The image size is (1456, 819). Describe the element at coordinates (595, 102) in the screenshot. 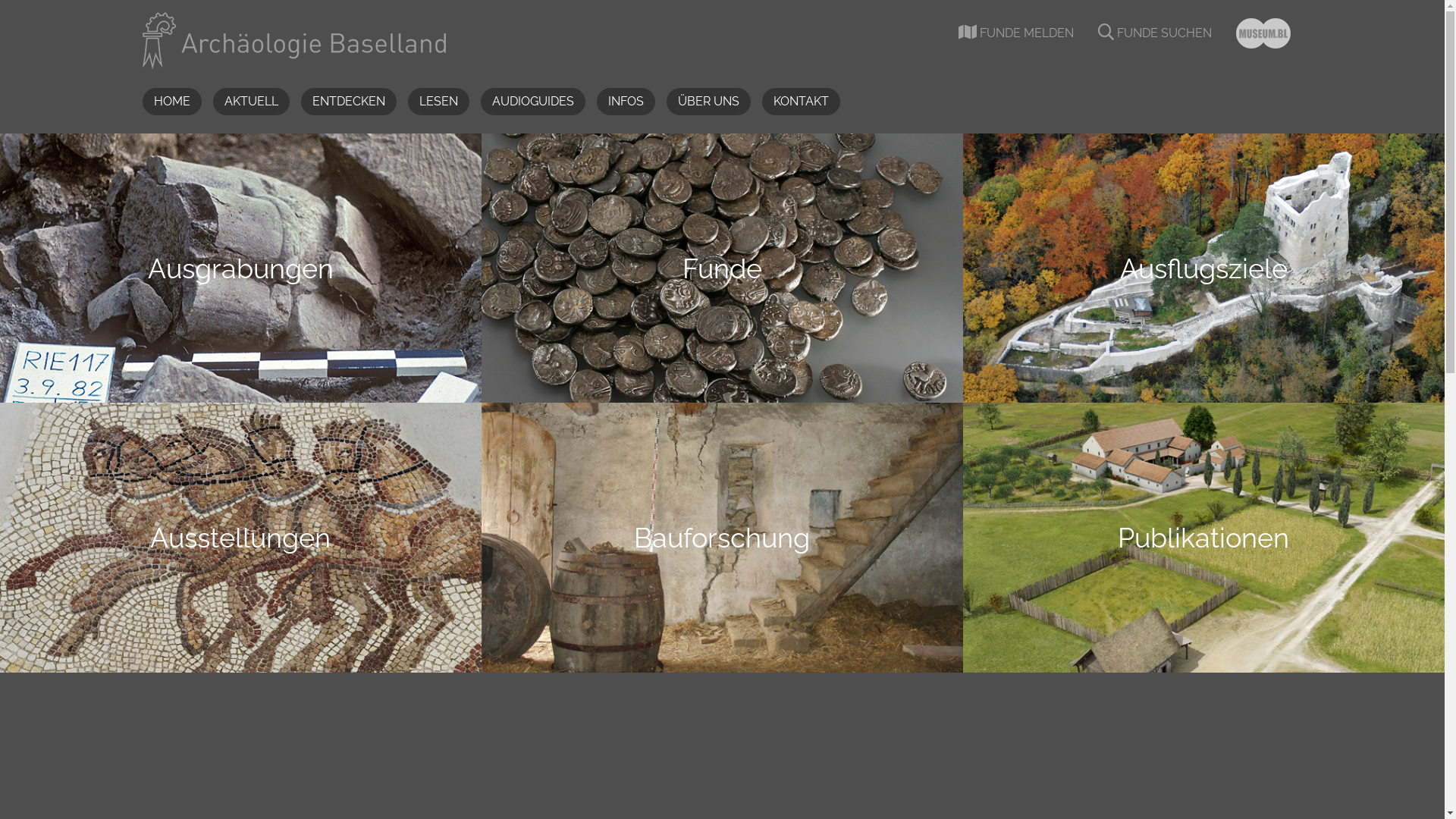

I see `'INFOS'` at that location.